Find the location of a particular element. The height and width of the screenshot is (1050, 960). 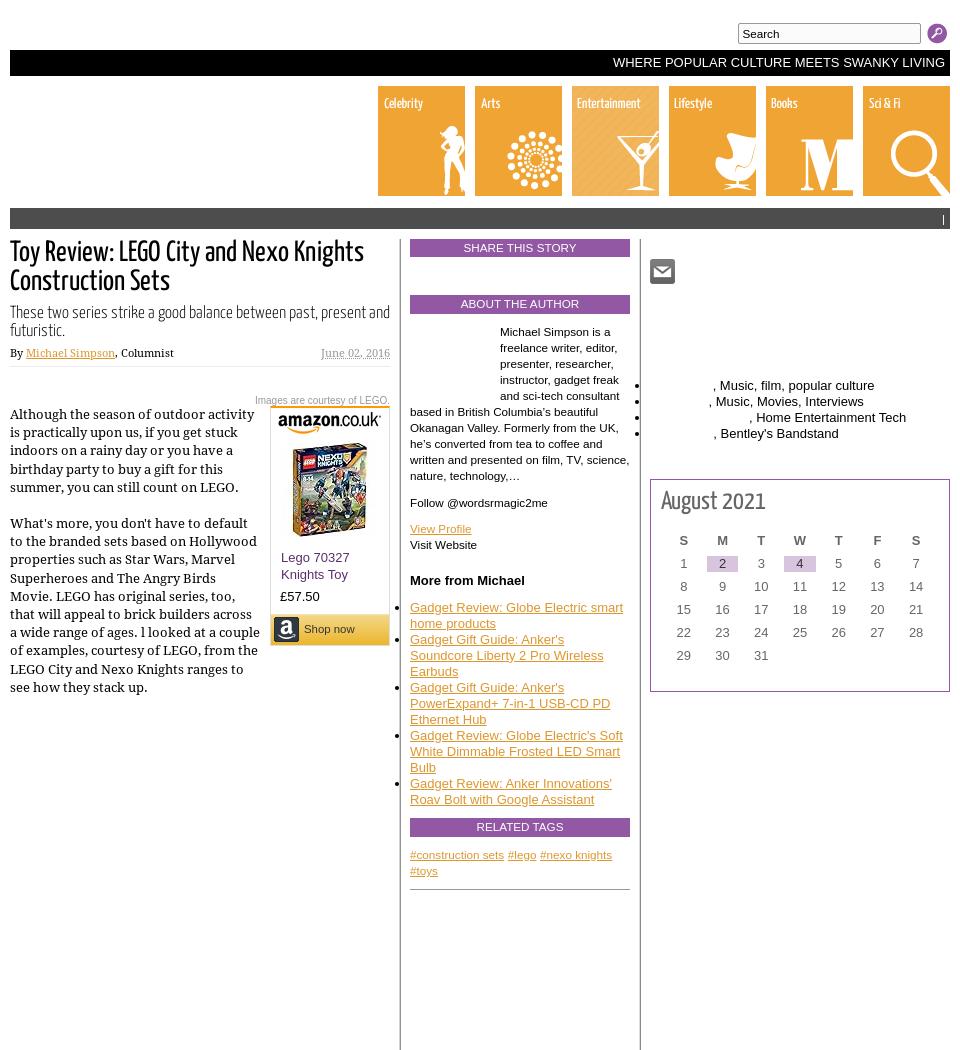

'By' is located at coordinates (16, 351).